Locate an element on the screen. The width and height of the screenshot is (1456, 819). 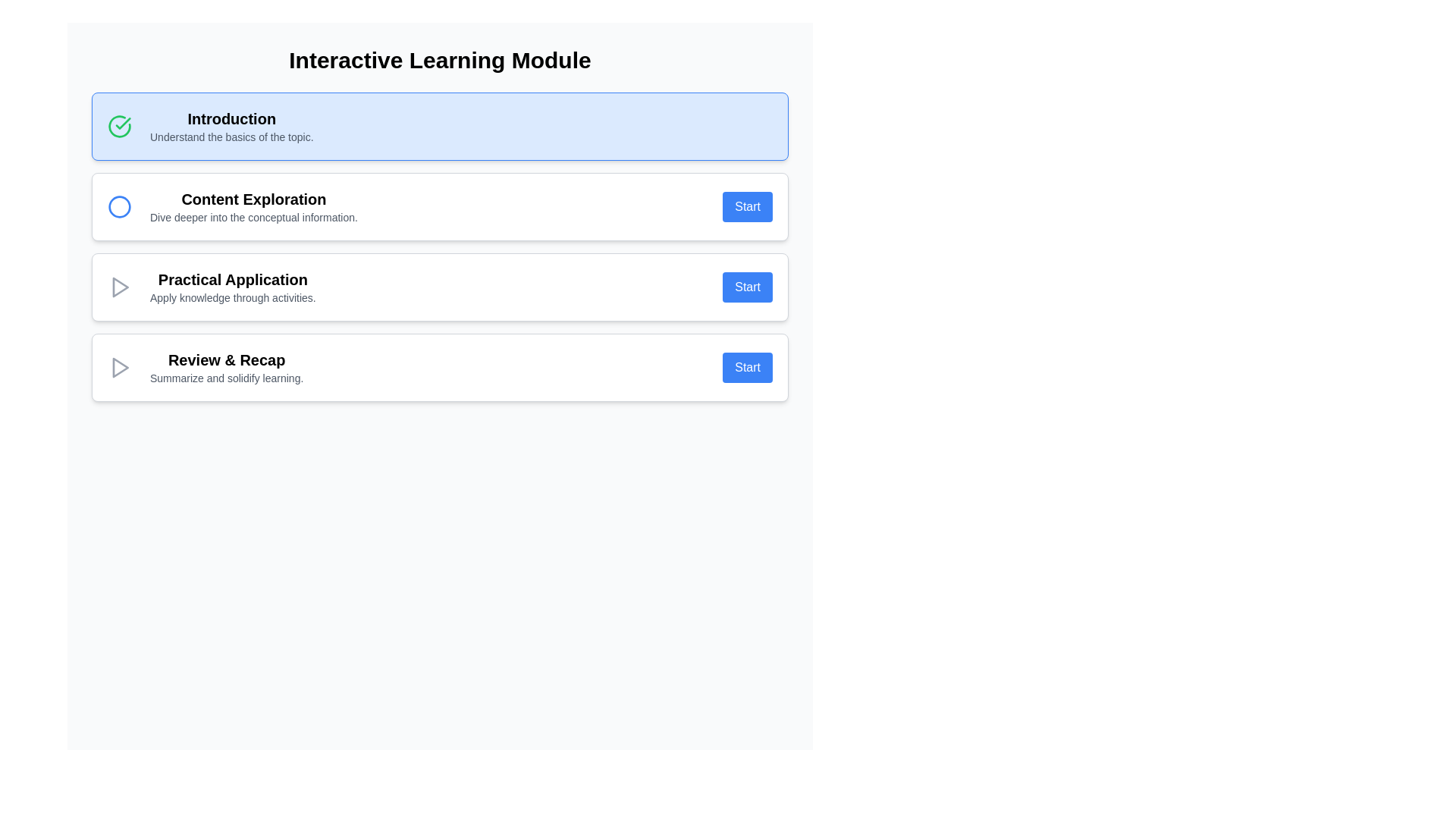
the circular SVG graphic icon located next to the 'Content Exploration' section, which serves as a decorative or indicative icon is located at coordinates (119, 207).